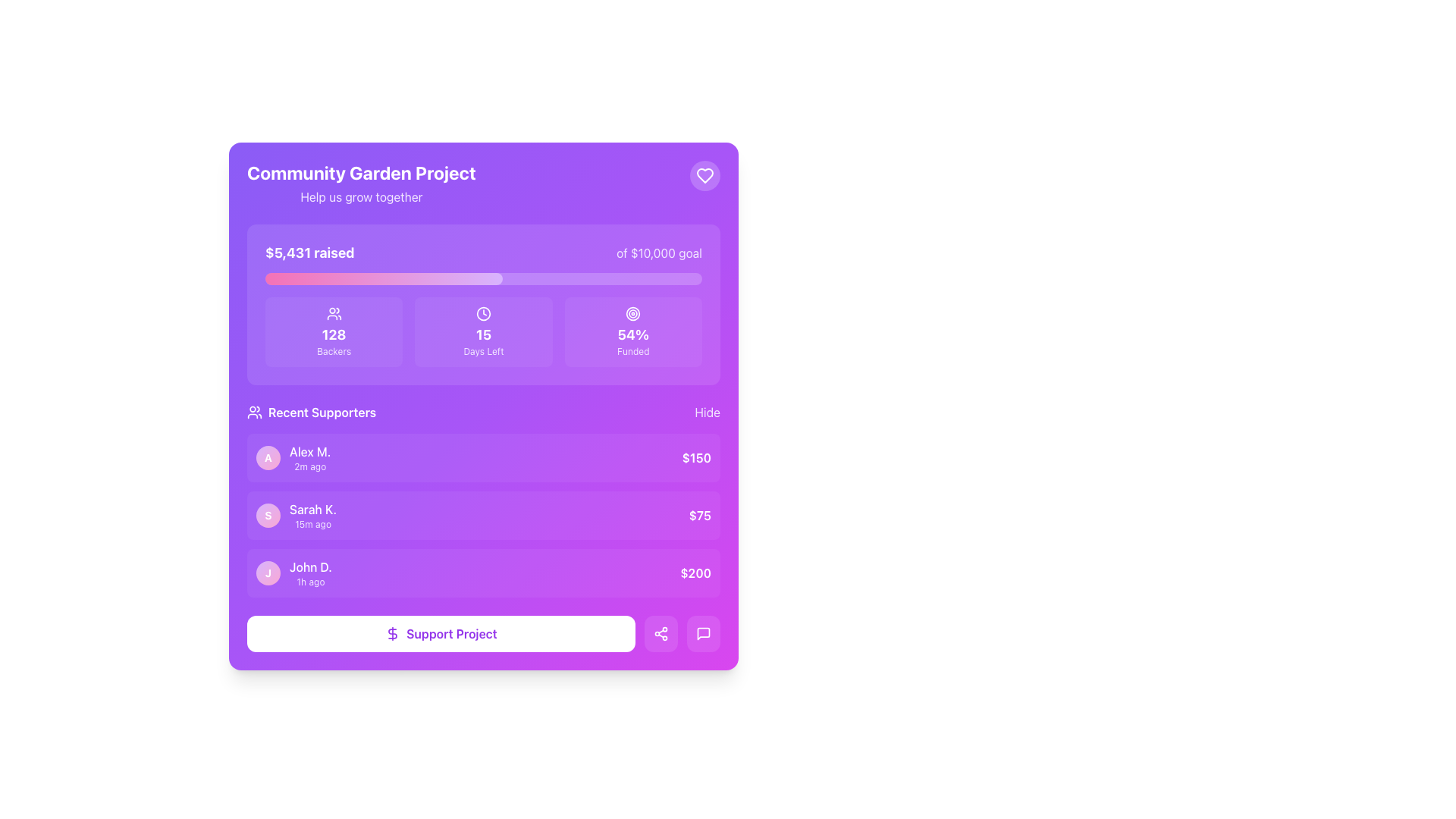 This screenshot has width=1456, height=819. Describe the element at coordinates (268, 514) in the screenshot. I see `the circular profile avatar icon featuring a gradient background and the letter 'S' in the 'Recent Supporters' section` at that location.